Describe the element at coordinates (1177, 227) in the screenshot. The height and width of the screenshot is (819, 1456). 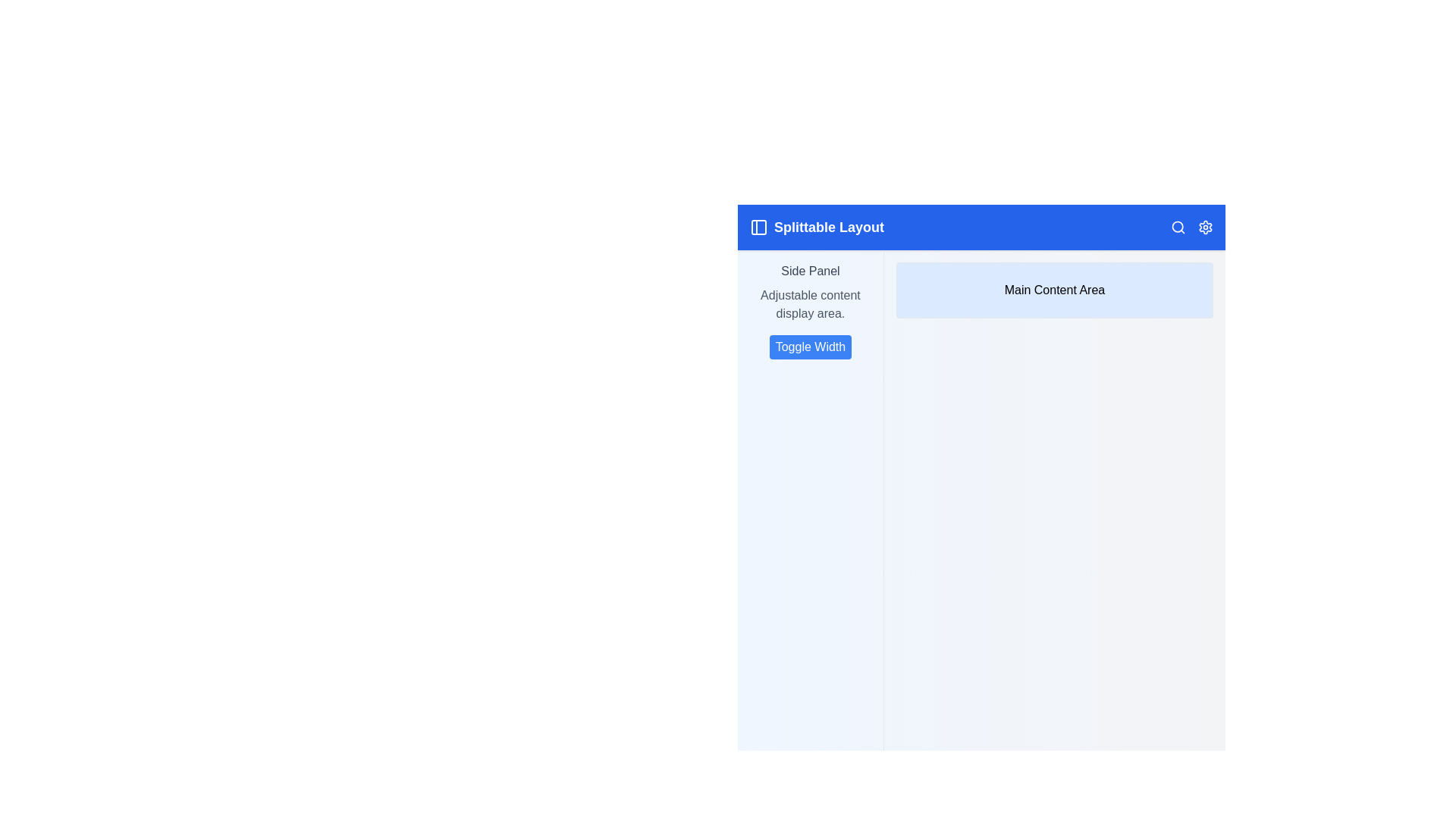
I see `the circular graphic element that forms the inner part of the magnifying glass's lens in the top-right corner of the header bar` at that location.